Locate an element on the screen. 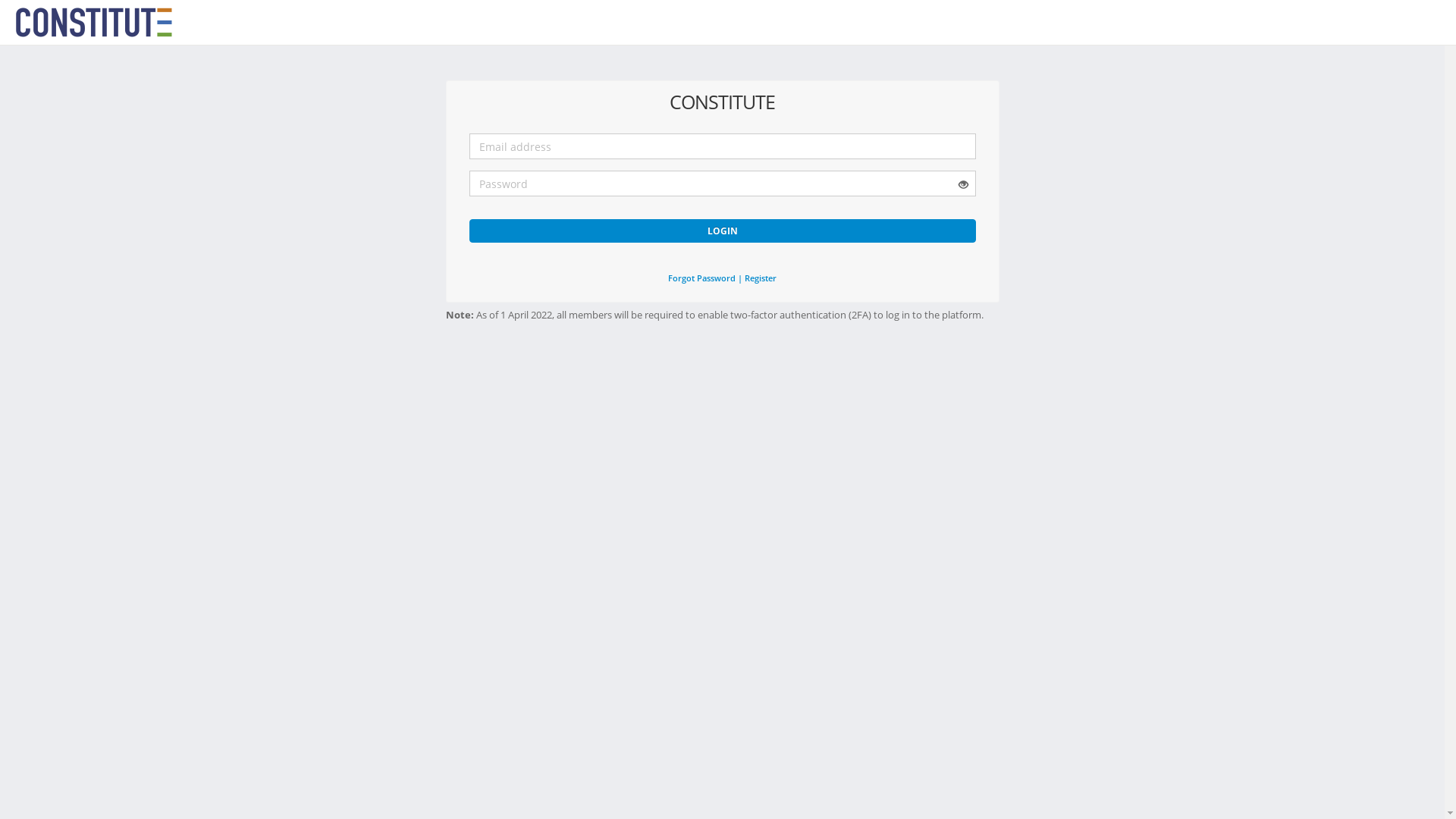 The image size is (1456, 819). 'Login' is located at coordinates (720, 231).